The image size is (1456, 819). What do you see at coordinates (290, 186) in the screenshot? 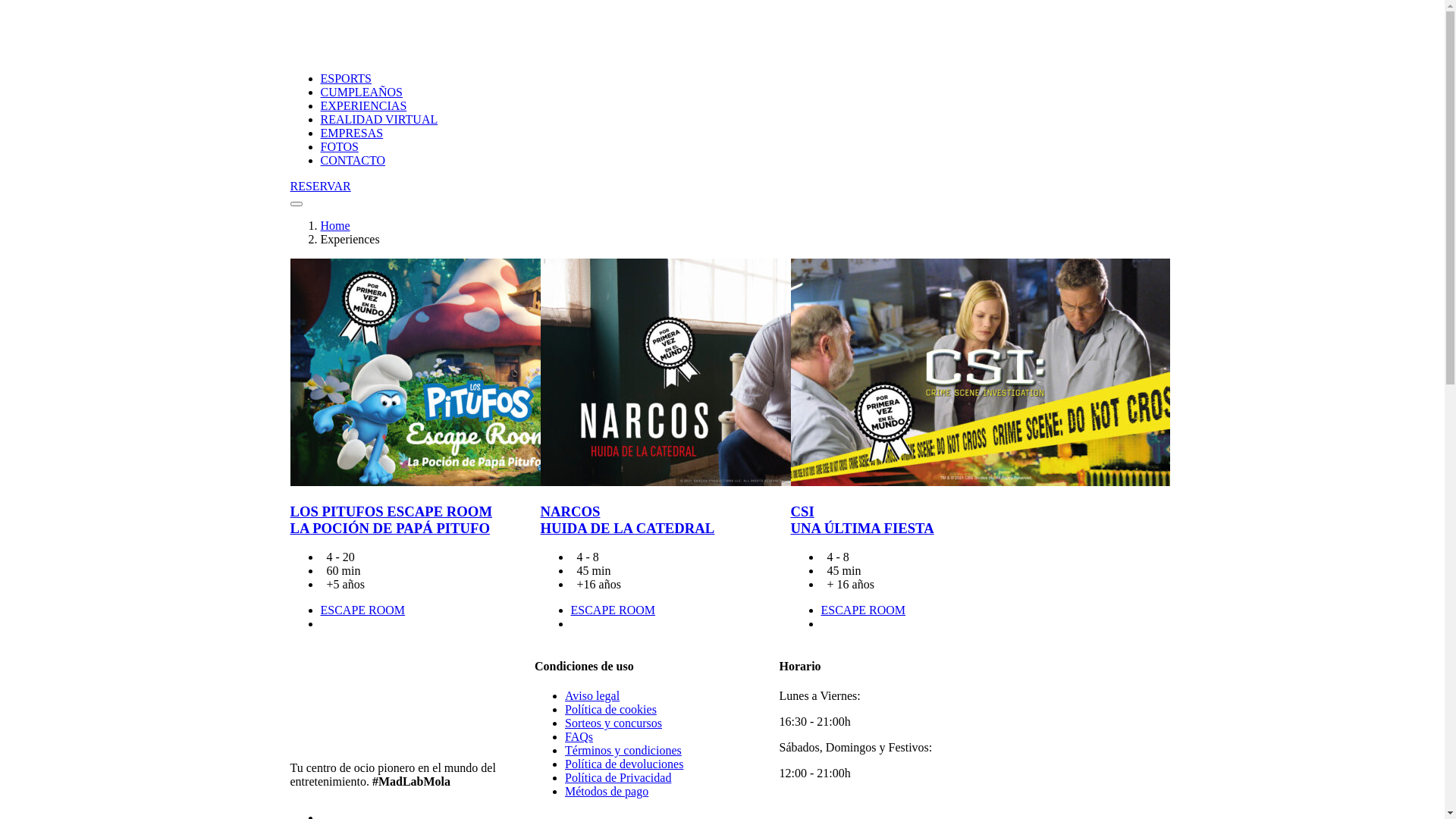
I see `'RESERVAR'` at bounding box center [290, 186].